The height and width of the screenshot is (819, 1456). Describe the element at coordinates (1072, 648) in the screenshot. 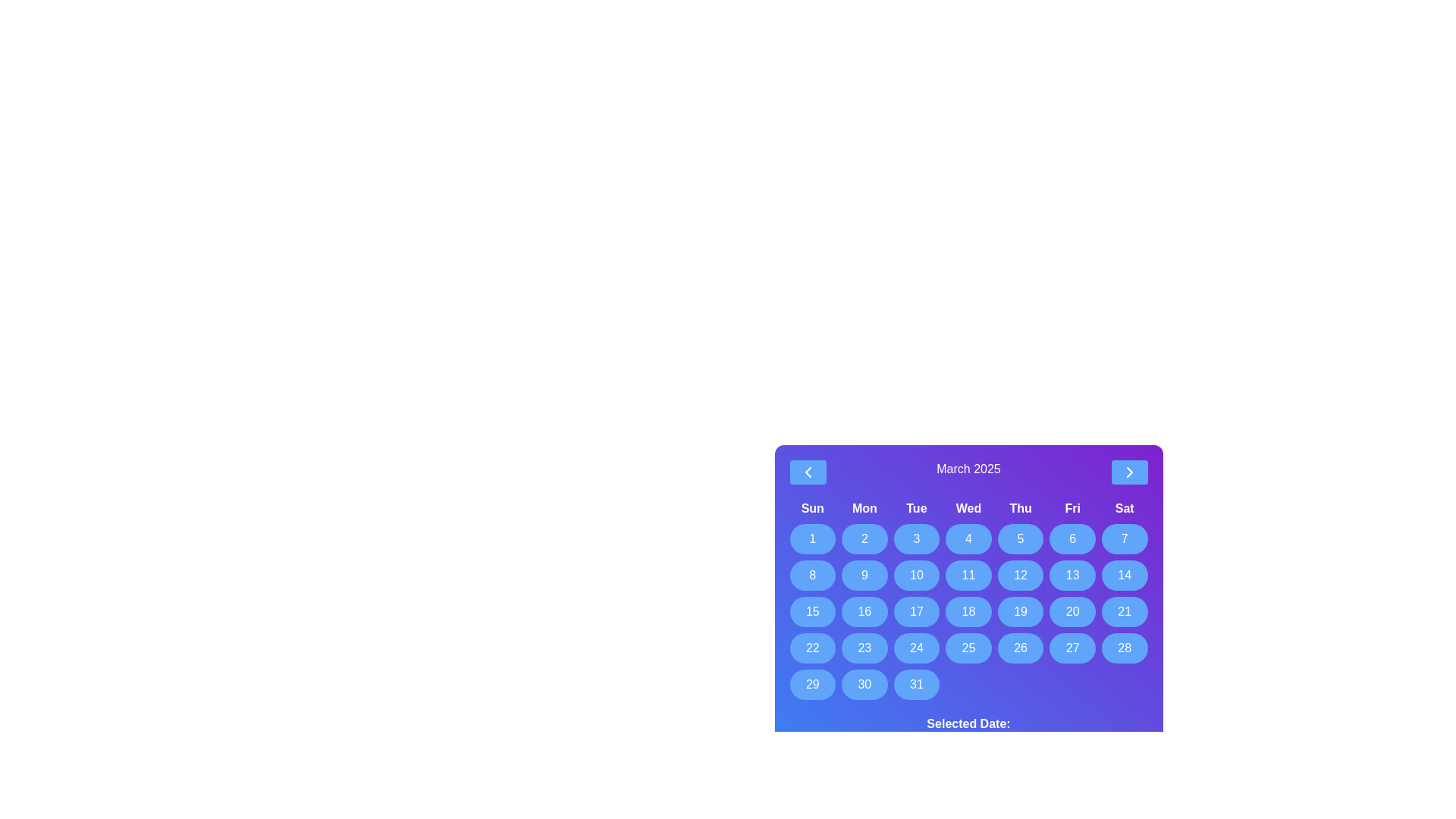

I see `the circular button with a light blue background and the text '27'` at that location.